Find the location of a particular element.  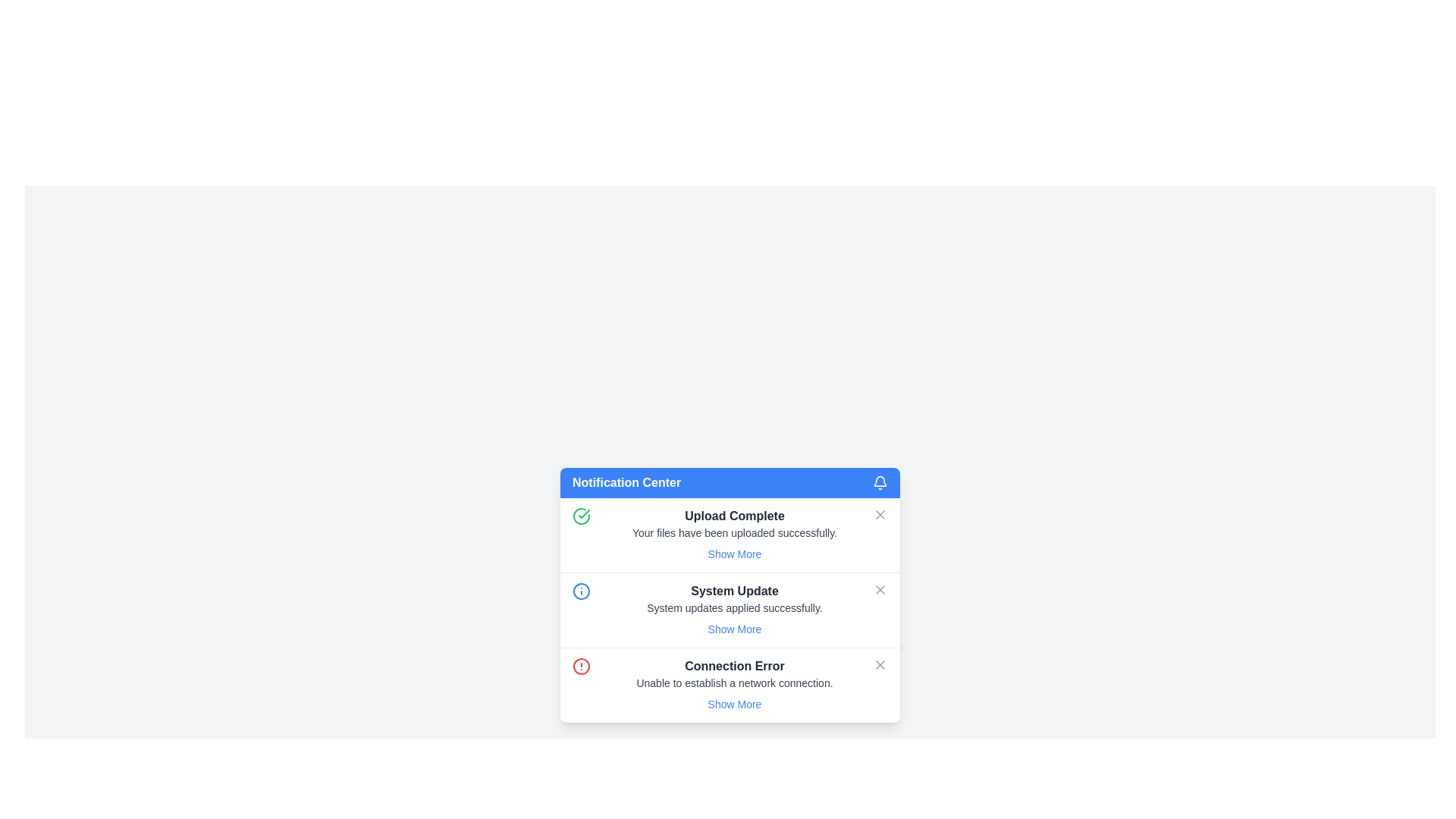

the title text of the second notification entry in the notification panel, which is located between the 'Upload Complete' title and the description text is located at coordinates (735, 590).